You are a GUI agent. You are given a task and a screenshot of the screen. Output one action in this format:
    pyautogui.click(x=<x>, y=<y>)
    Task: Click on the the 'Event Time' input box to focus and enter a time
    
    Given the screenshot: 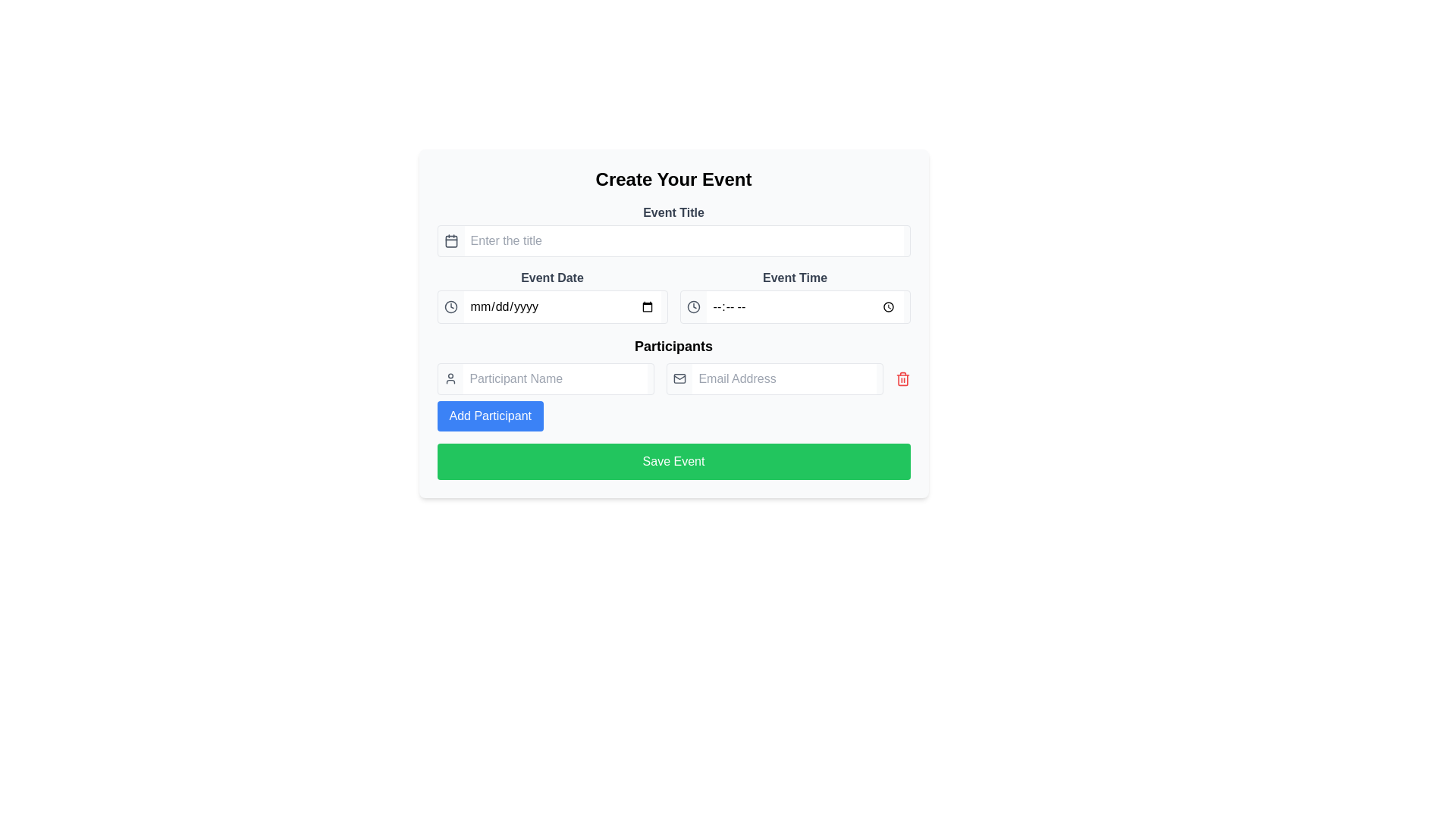 What is the action you would take?
    pyautogui.click(x=794, y=296)
    